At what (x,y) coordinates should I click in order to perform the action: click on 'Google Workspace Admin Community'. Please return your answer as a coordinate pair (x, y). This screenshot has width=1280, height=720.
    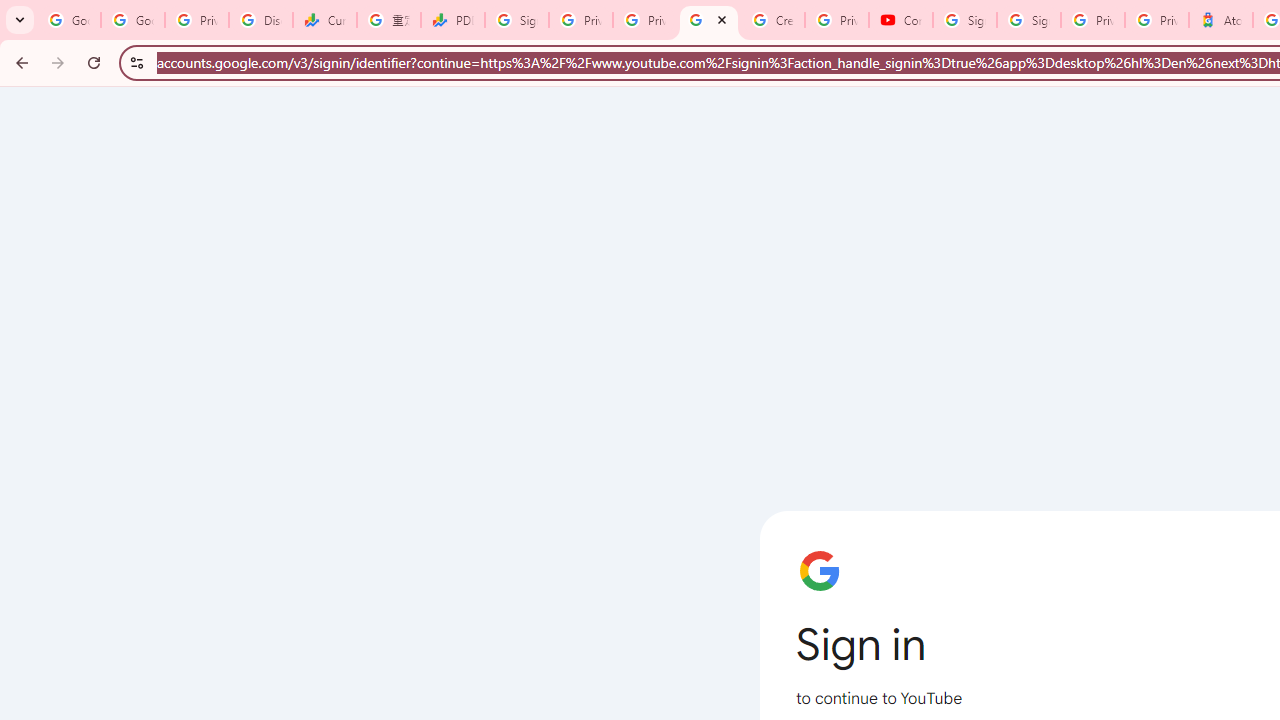
    Looking at the image, I should click on (69, 20).